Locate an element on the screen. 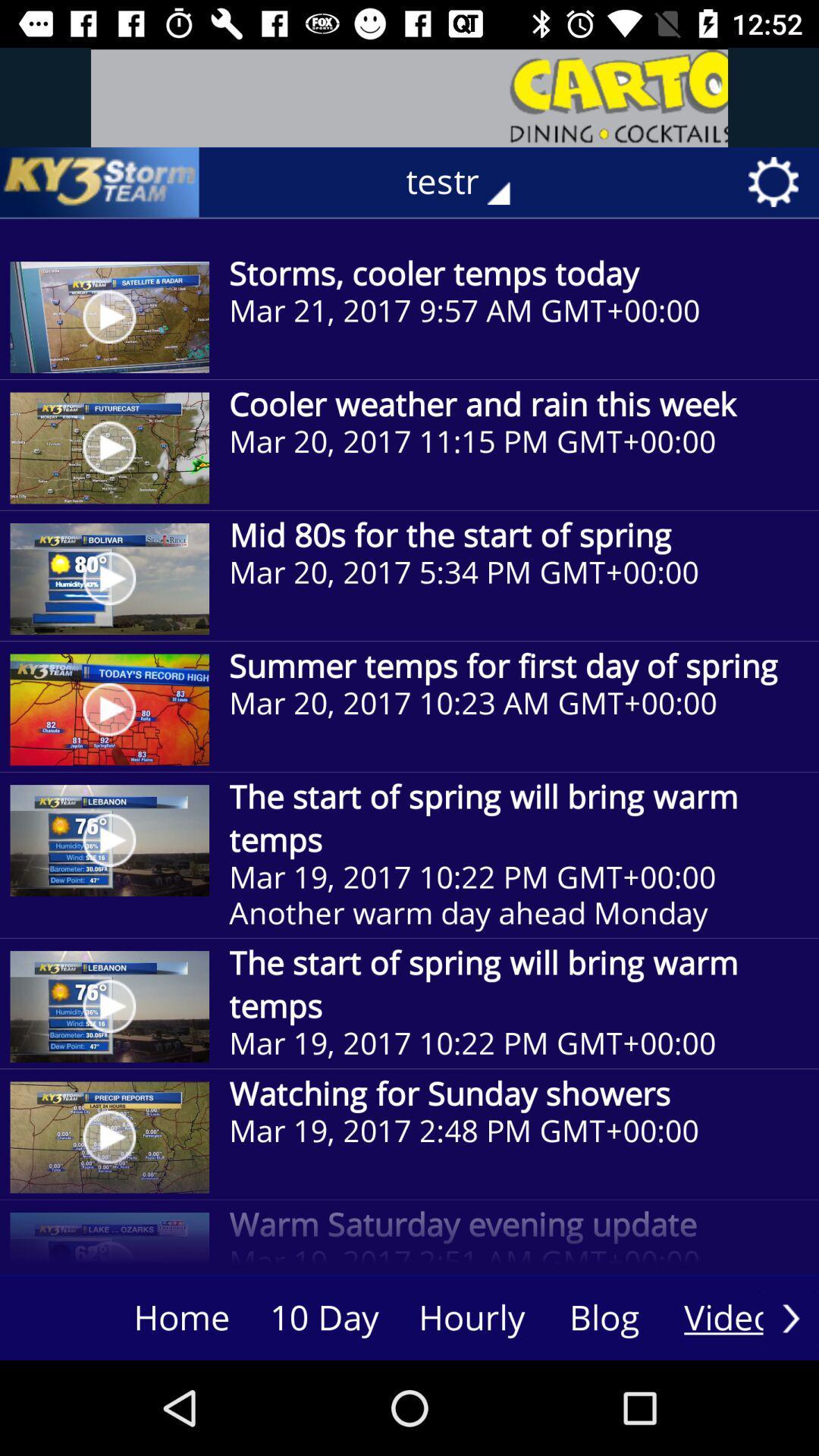  the arrow_forward icon is located at coordinates (790, 1317).